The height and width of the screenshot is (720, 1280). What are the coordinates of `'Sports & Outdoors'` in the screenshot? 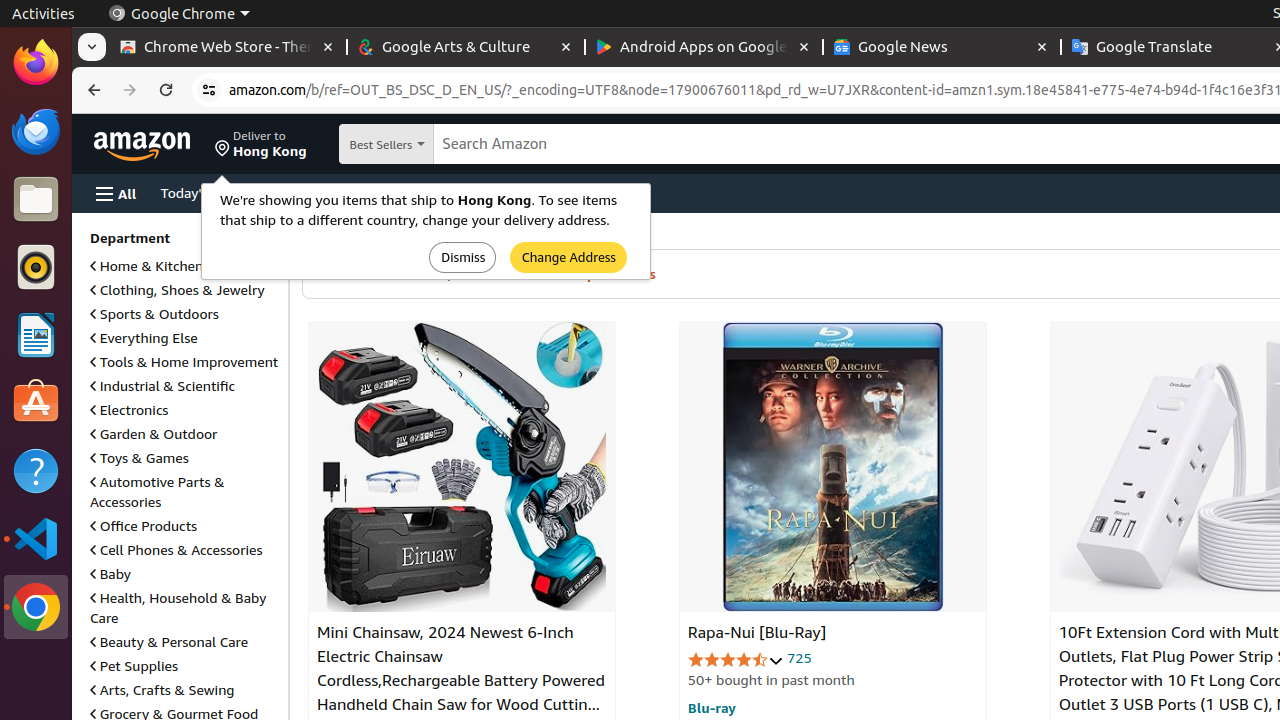 It's located at (153, 313).